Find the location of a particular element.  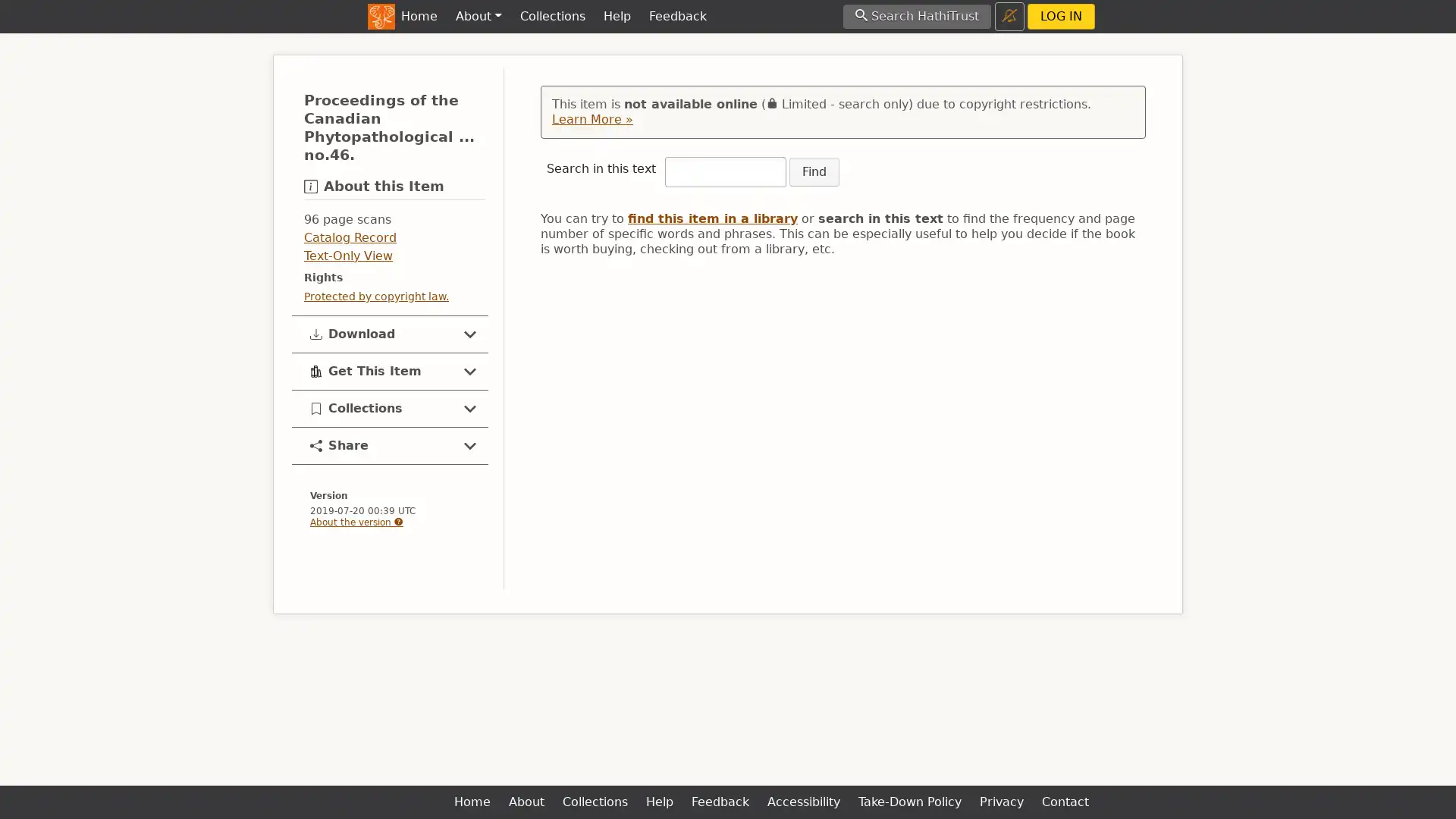

Find is located at coordinates (814, 171).